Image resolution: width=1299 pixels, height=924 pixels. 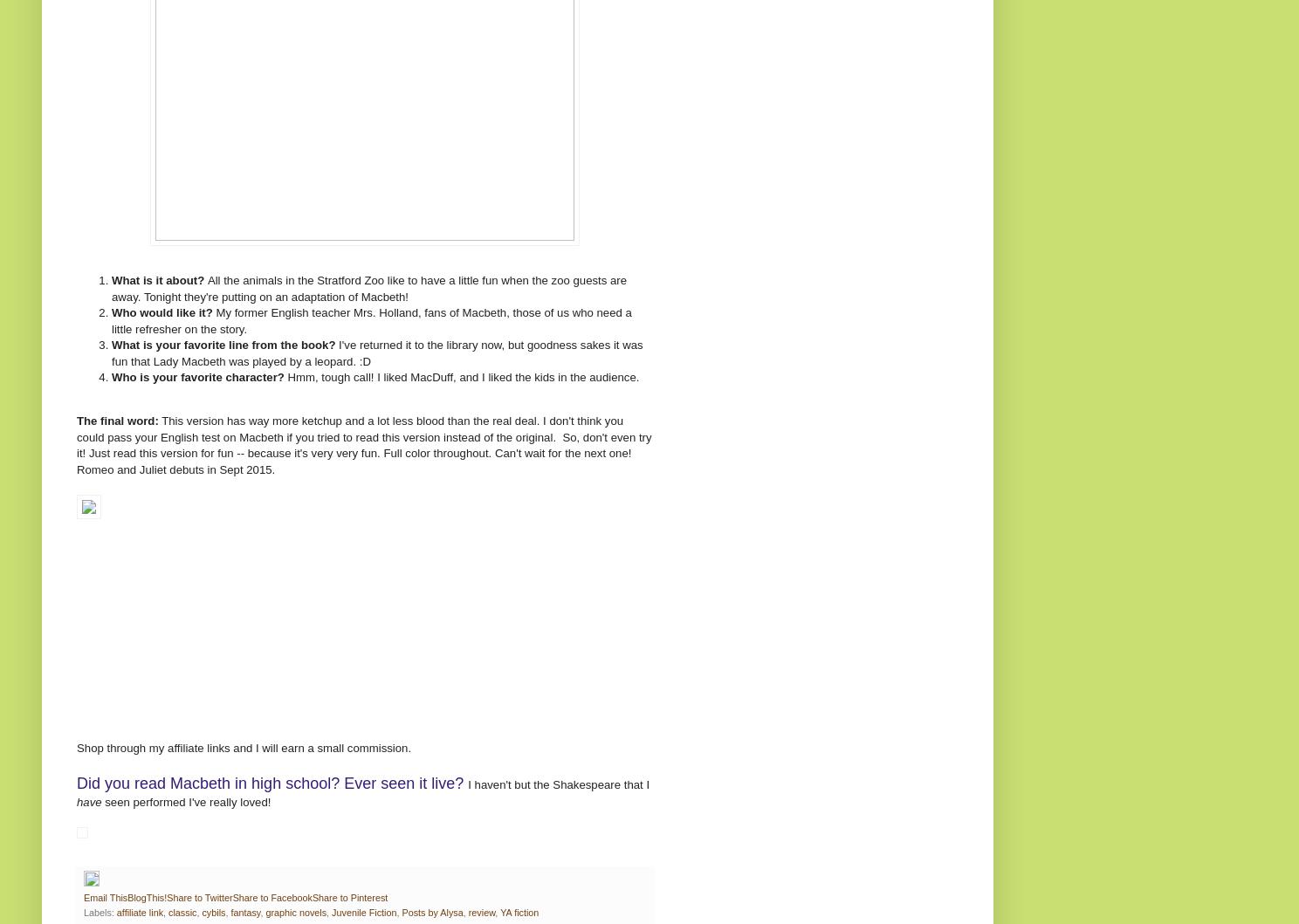 I want to click on 'Hmm, tough call! I liked MacDuff, and I liked the kids in the audience.', so click(x=462, y=377).